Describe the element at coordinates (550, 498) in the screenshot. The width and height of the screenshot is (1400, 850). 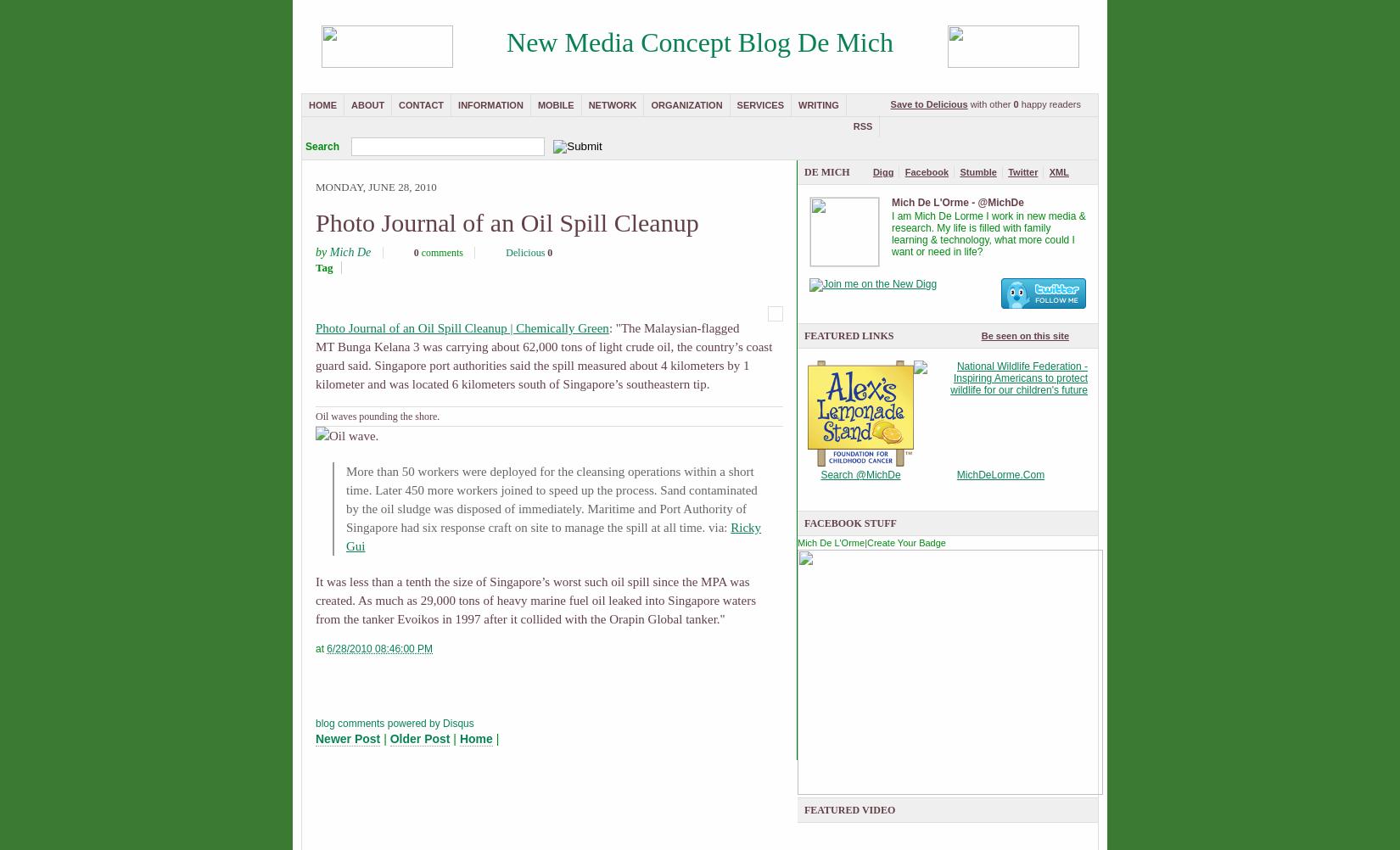
I see `'More than 50 workers were deployed for the cleansing  operations within a short time. Later 450 more workers joined to speed  up the process. Sand contaminated by the oil sludge was disposed of  immediately. Maritime and Port Authority of Singapore had six response  craft on site to manage the spill at all time. via:'` at that location.